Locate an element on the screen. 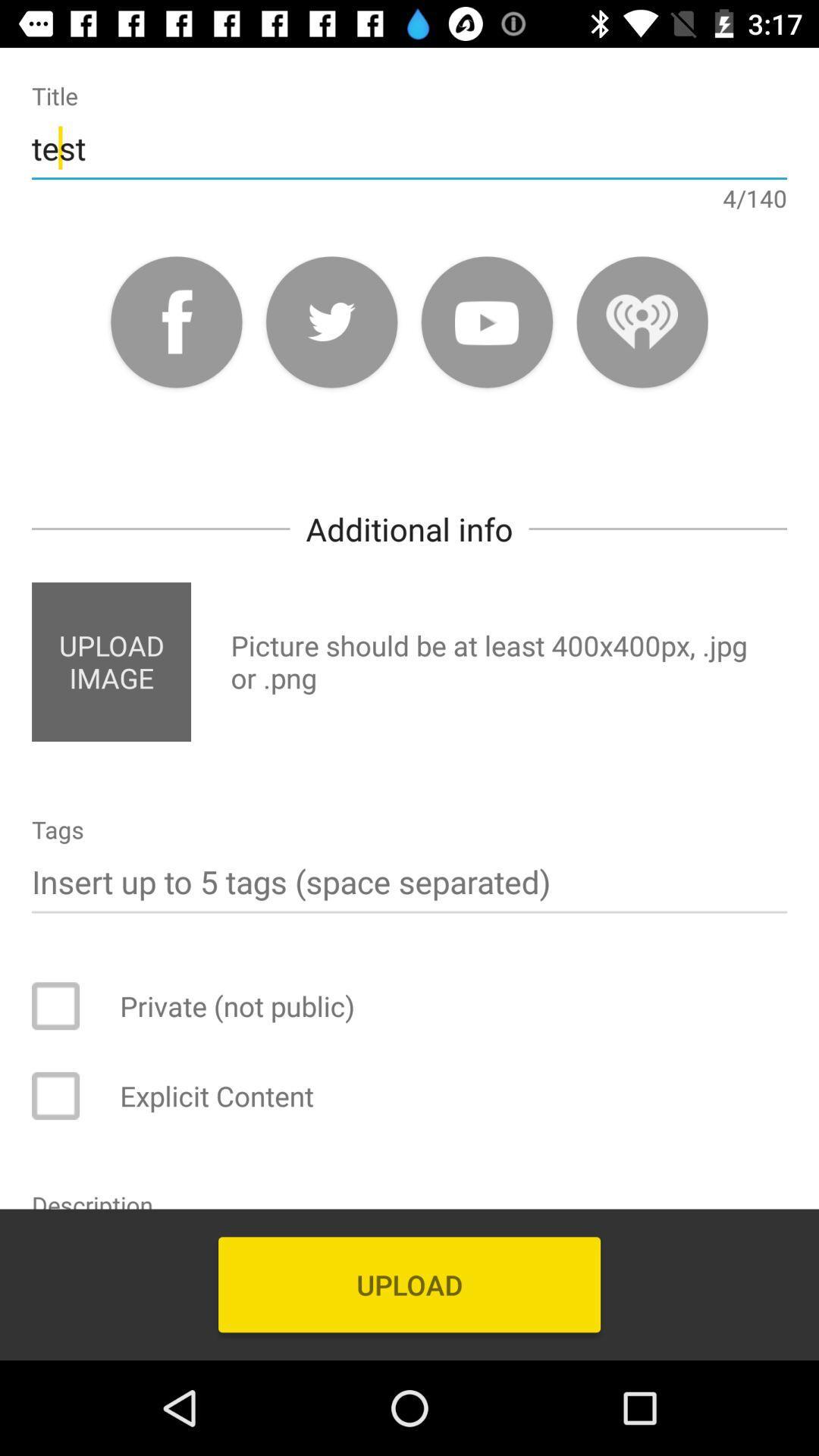 The image size is (819, 1456). open youtube is located at coordinates (487, 321).